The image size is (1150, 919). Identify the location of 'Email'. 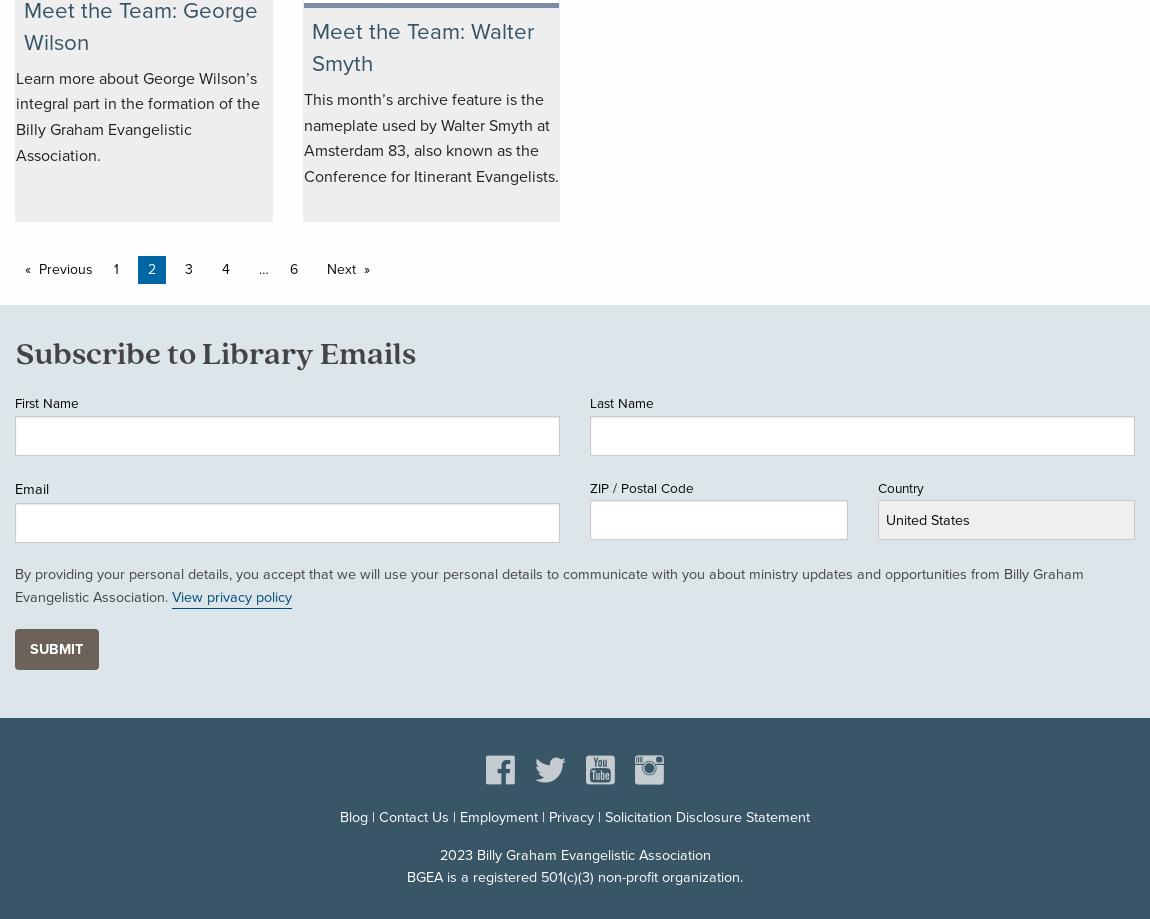
(30, 486).